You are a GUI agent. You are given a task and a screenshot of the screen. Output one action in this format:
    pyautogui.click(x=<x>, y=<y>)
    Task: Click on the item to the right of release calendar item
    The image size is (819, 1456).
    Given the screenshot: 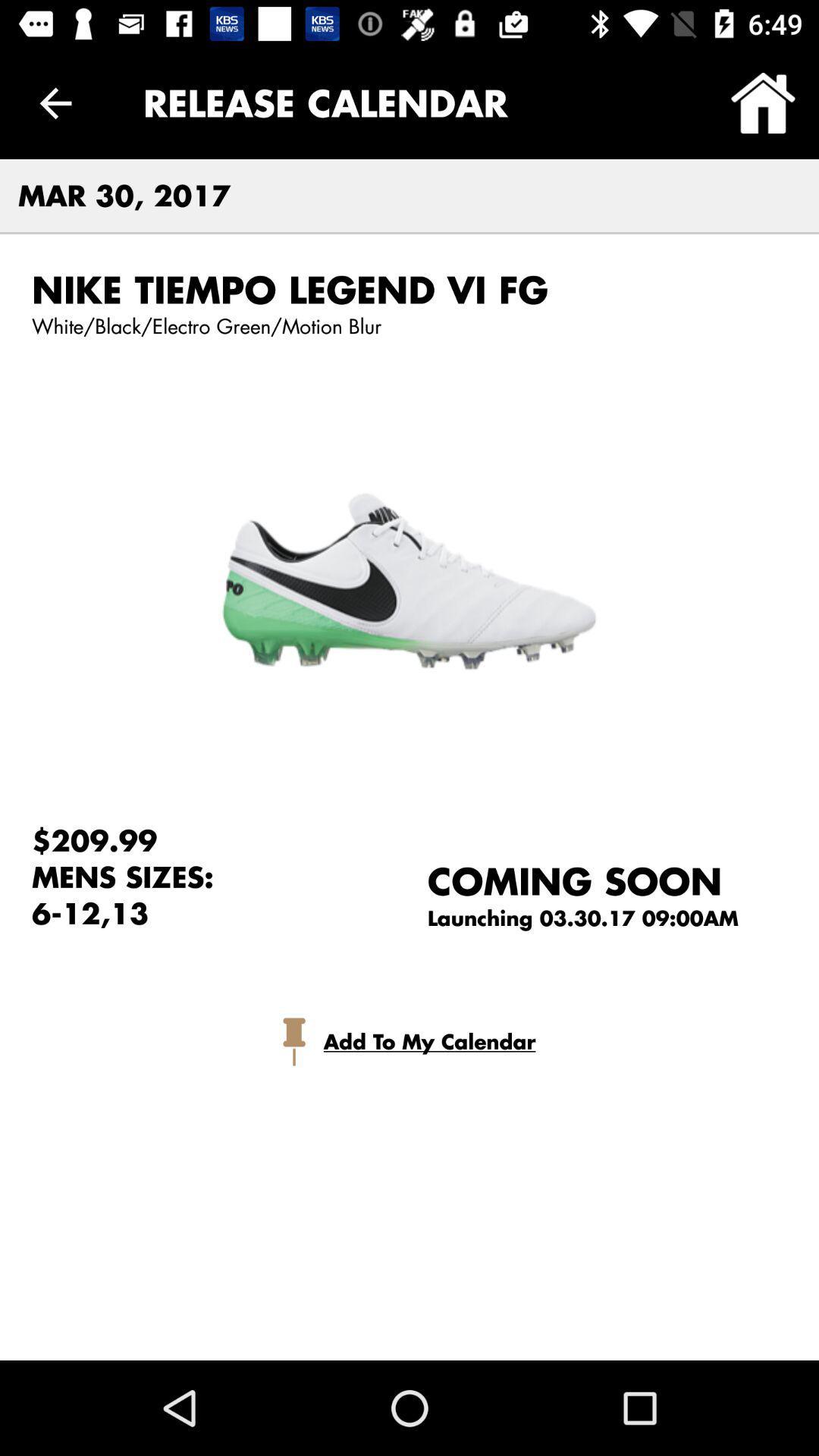 What is the action you would take?
    pyautogui.click(x=763, y=102)
    